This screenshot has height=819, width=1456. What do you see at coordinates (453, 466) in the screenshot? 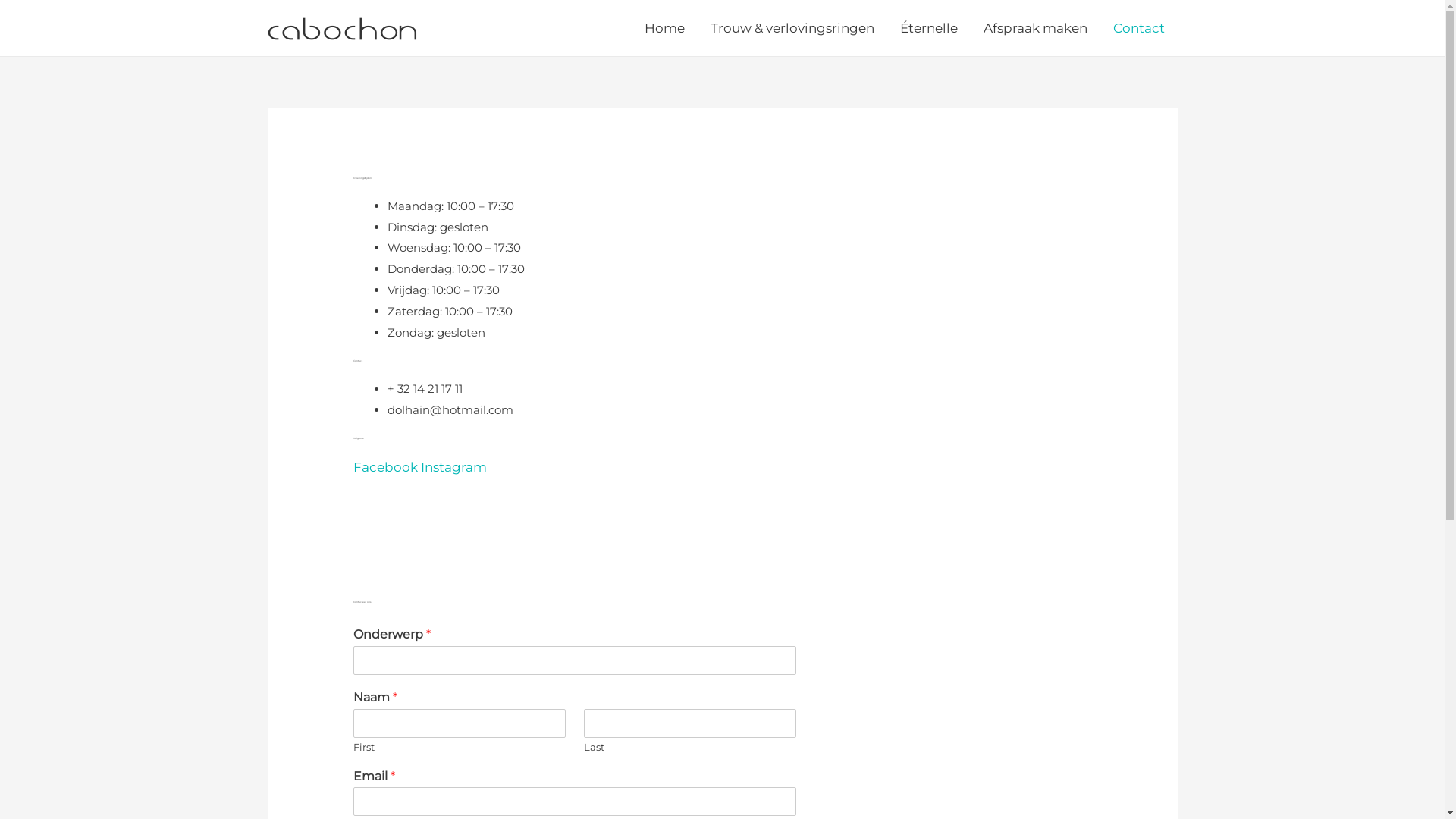
I see `'Instagram'` at bounding box center [453, 466].